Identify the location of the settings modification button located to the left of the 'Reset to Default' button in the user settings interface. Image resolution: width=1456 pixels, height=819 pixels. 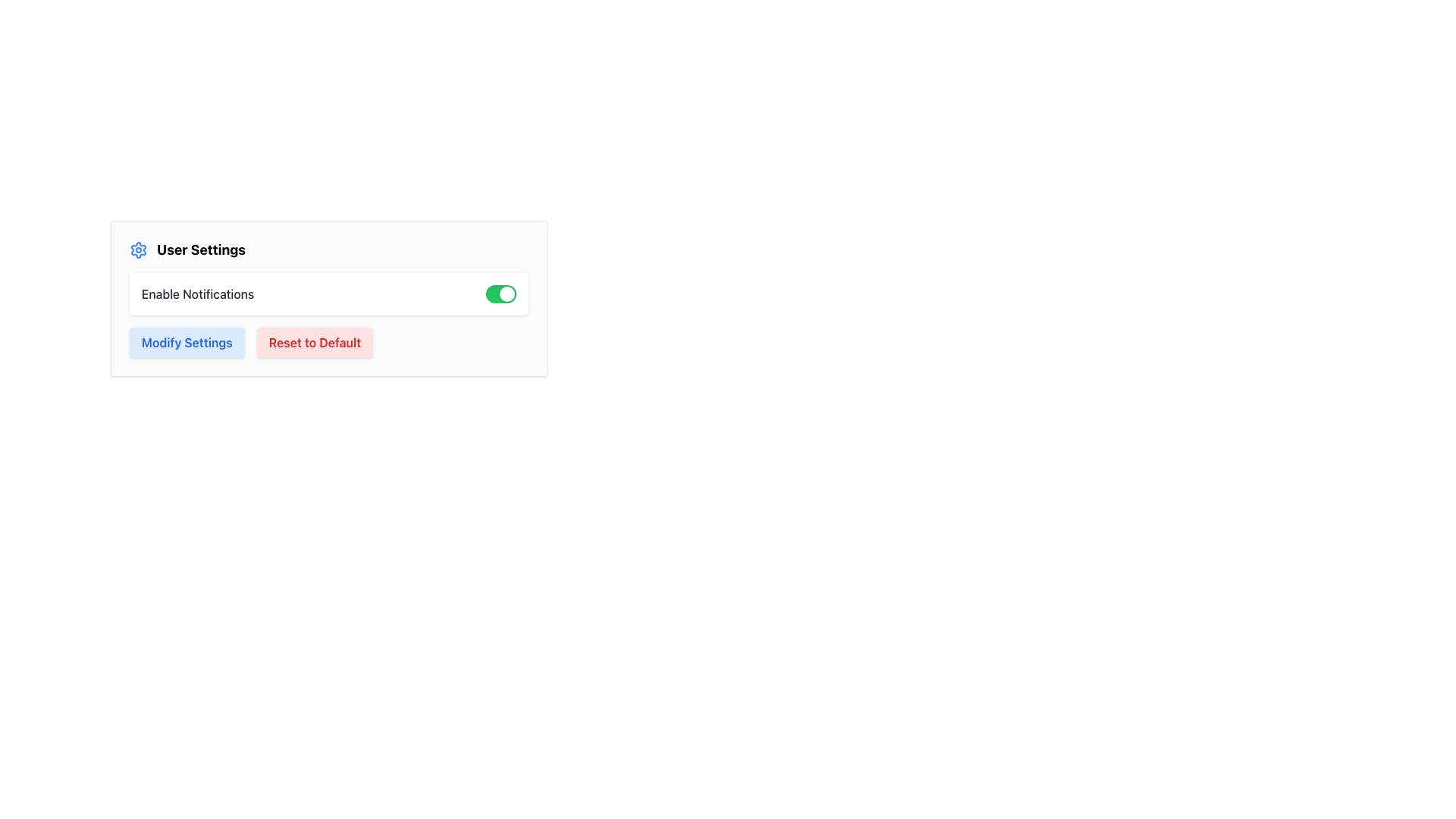
(186, 342).